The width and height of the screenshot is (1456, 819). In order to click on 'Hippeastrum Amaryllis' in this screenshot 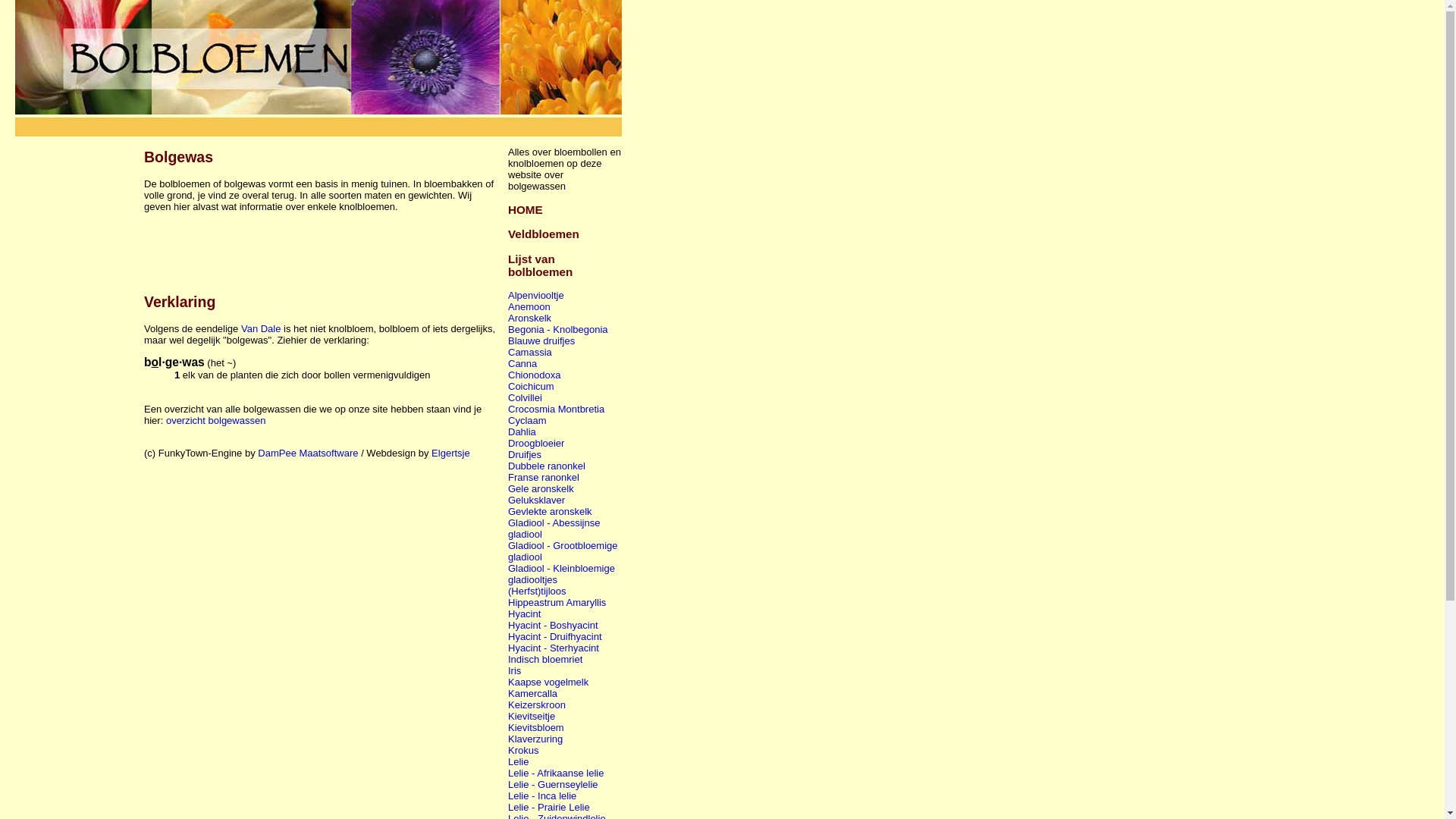, I will do `click(556, 601)`.